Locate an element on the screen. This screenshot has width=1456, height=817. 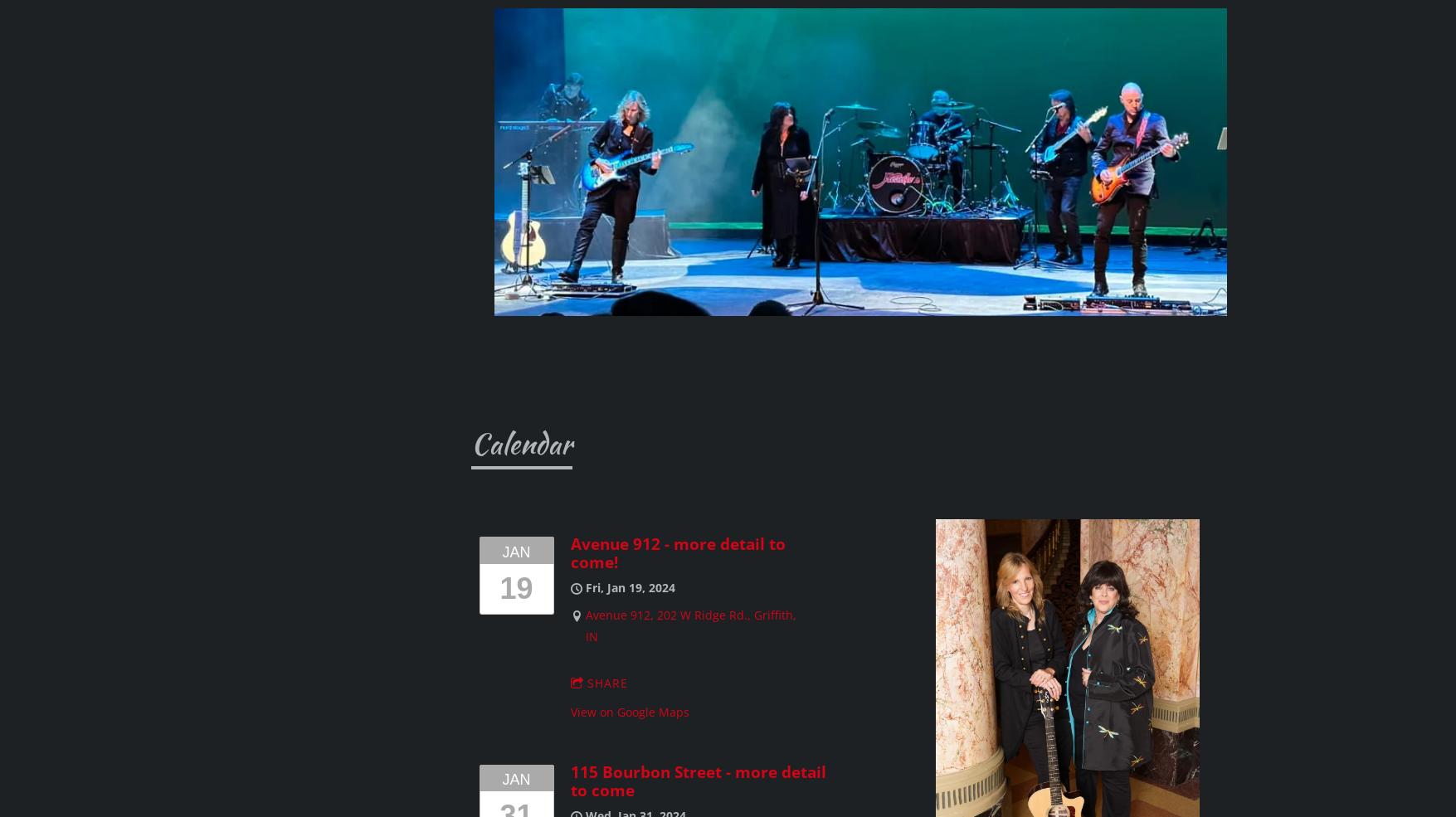
'Music in the Plaza, Tinley Park, IL' is located at coordinates (616, 81).